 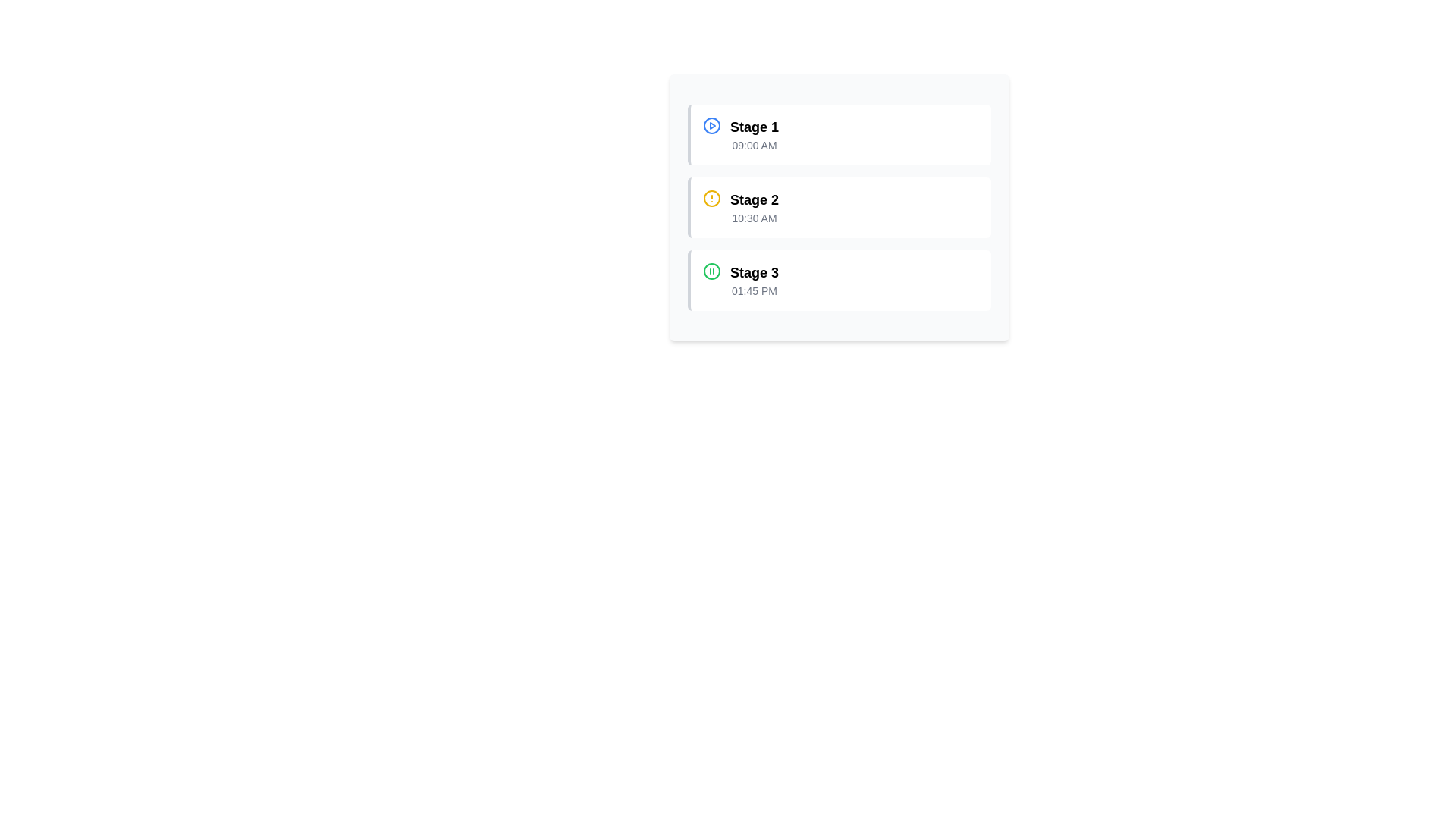 I want to click on the static text label that reads 'Stage 1', which is styled with a larger font size and bold weight, located at the top of a vertical list inside a white rectangular card with rounded corners, so click(x=754, y=127).